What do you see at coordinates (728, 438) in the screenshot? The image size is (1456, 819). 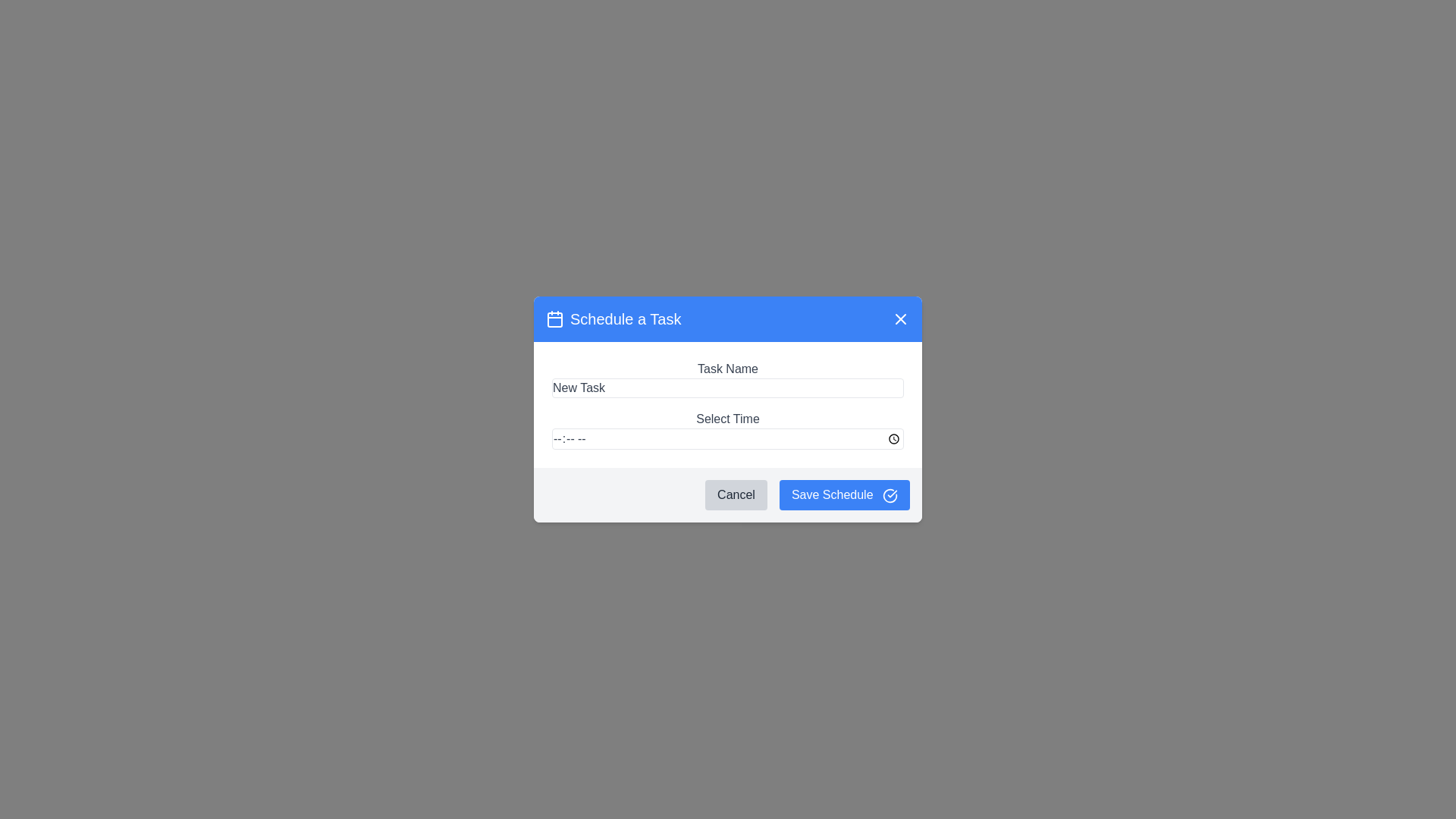 I see `the 'Select Time' input field to activate it and allow the user to change the time` at bounding box center [728, 438].